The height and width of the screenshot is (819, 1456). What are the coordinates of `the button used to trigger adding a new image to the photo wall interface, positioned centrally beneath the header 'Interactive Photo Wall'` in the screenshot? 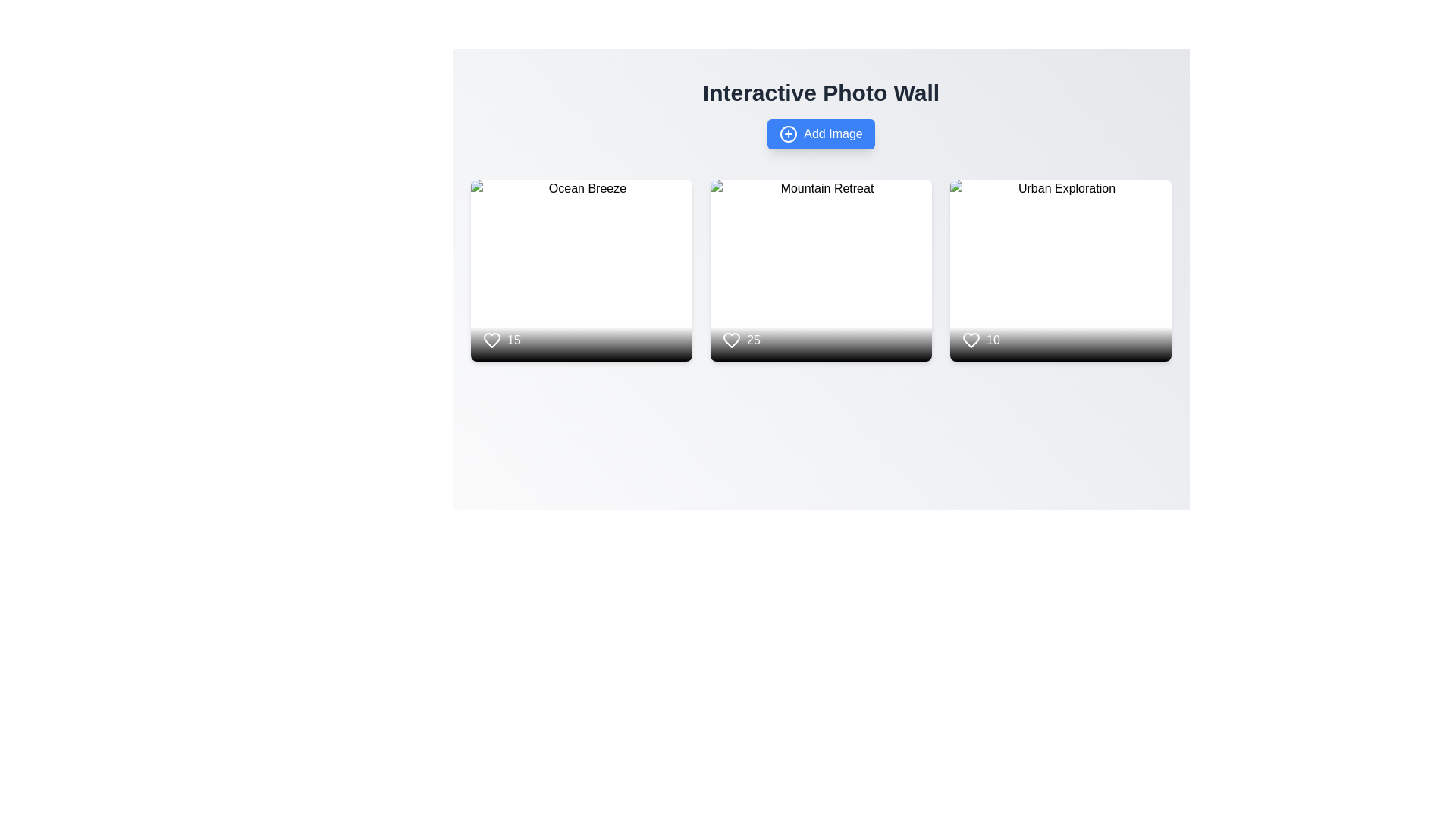 It's located at (821, 133).